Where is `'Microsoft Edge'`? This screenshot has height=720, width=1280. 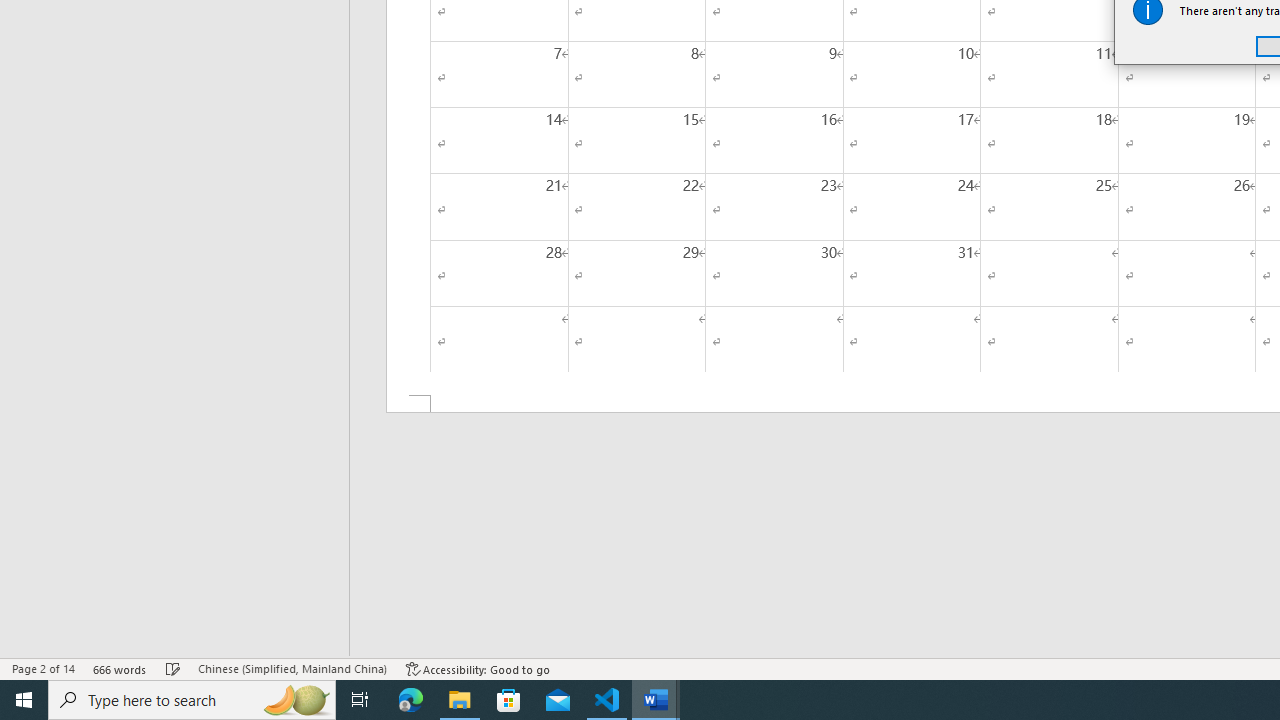
'Microsoft Edge' is located at coordinates (410, 698).